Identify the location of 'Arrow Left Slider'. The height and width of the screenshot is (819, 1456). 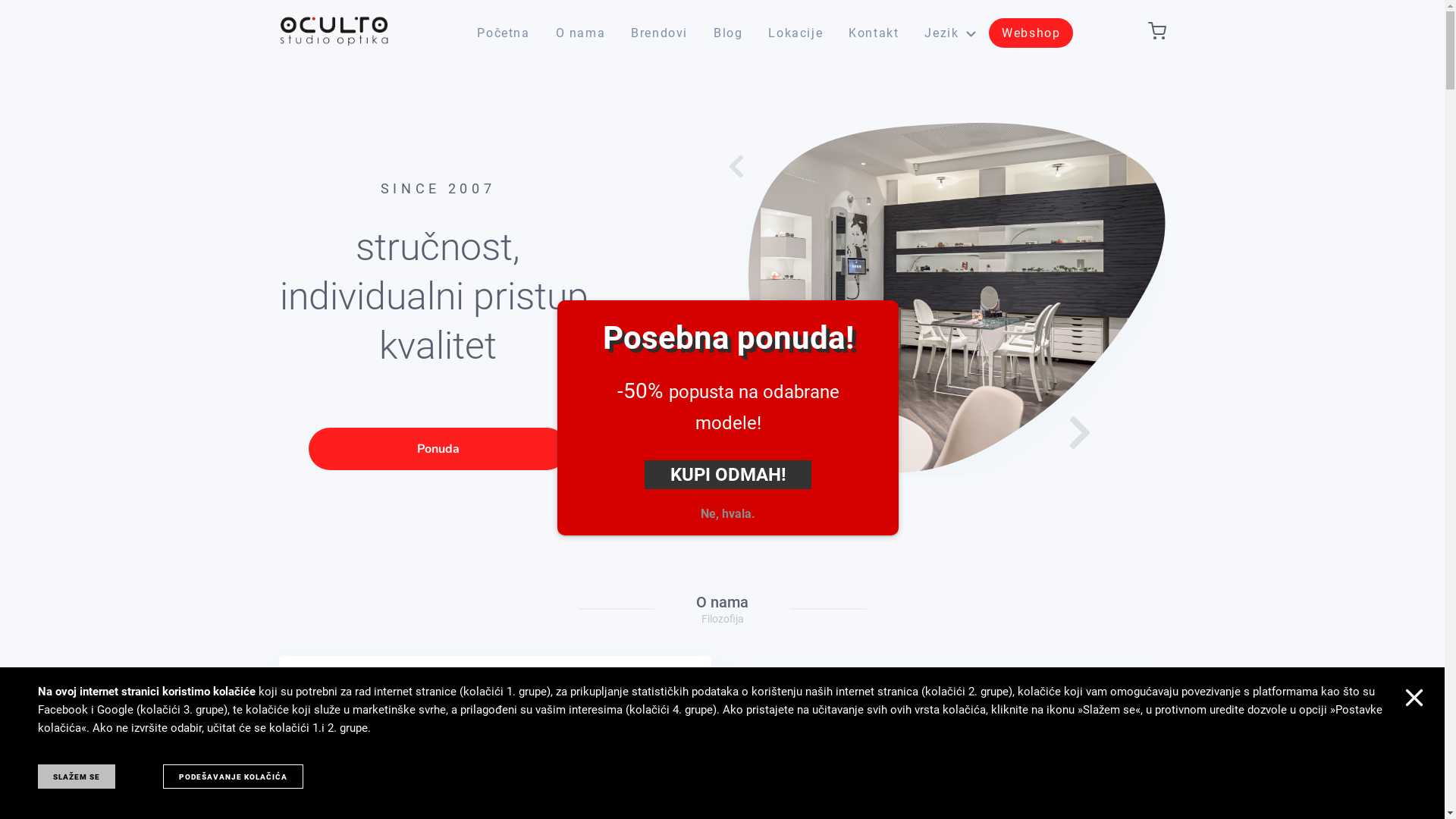
(740, 166).